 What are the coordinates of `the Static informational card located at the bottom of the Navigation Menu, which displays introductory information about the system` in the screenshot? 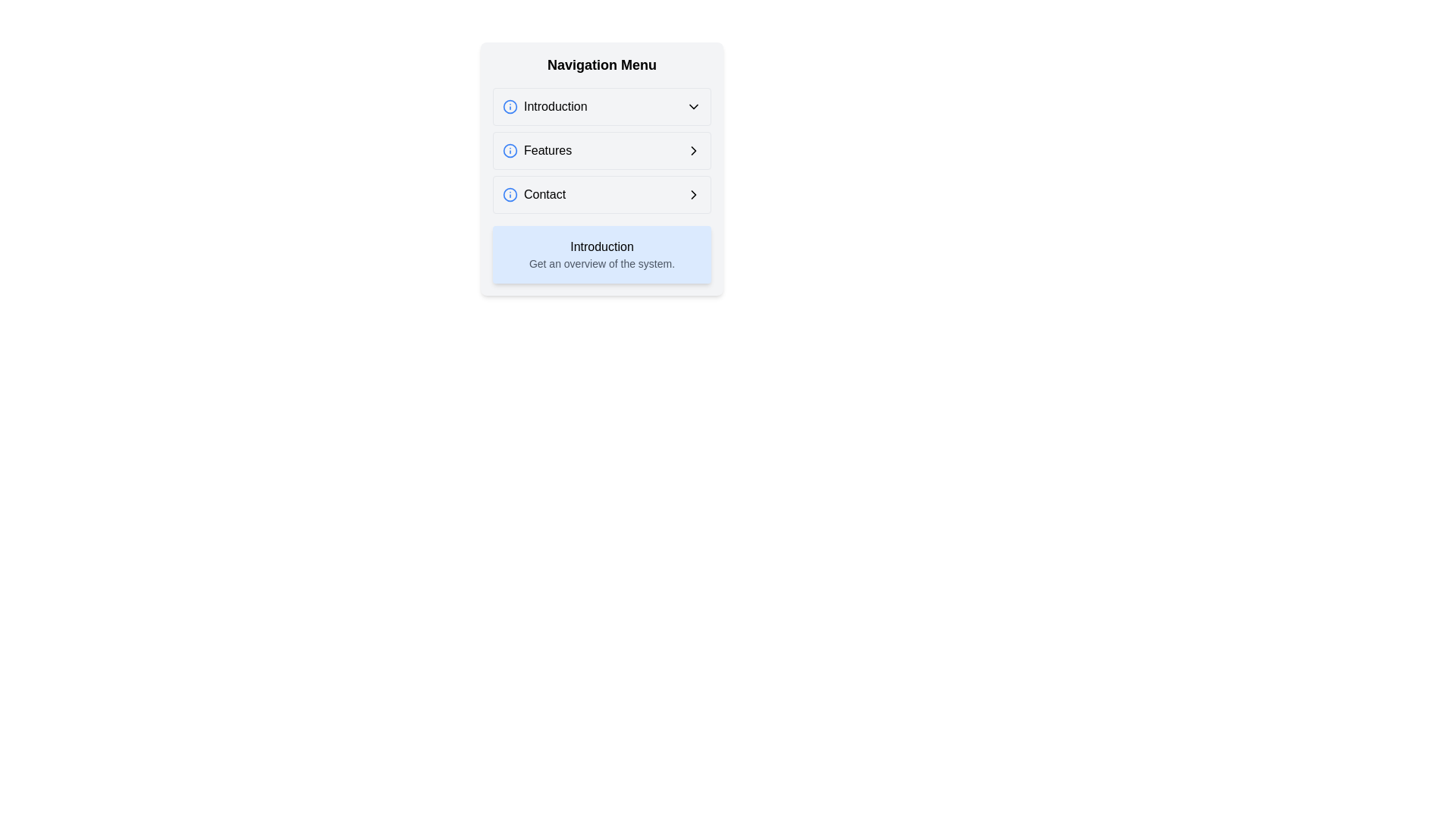 It's located at (601, 253).